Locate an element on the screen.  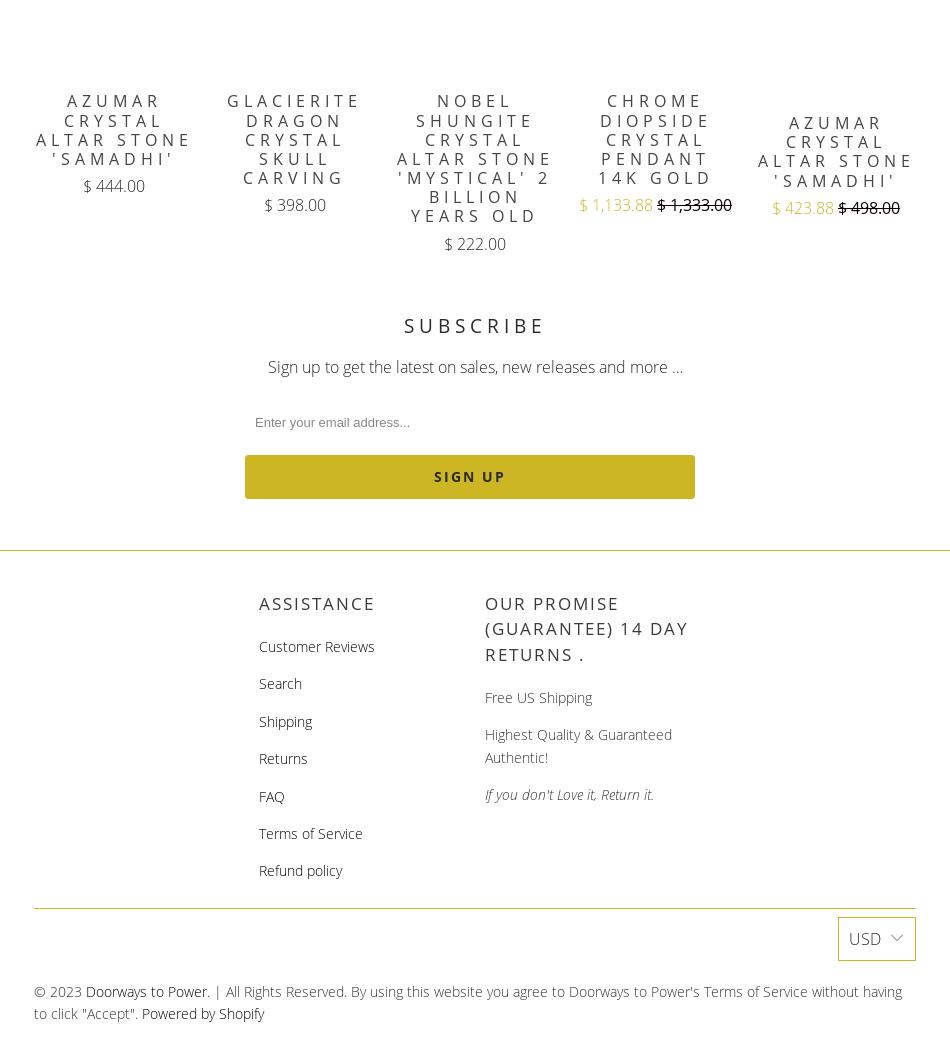
'Returns' is located at coordinates (257, 758).